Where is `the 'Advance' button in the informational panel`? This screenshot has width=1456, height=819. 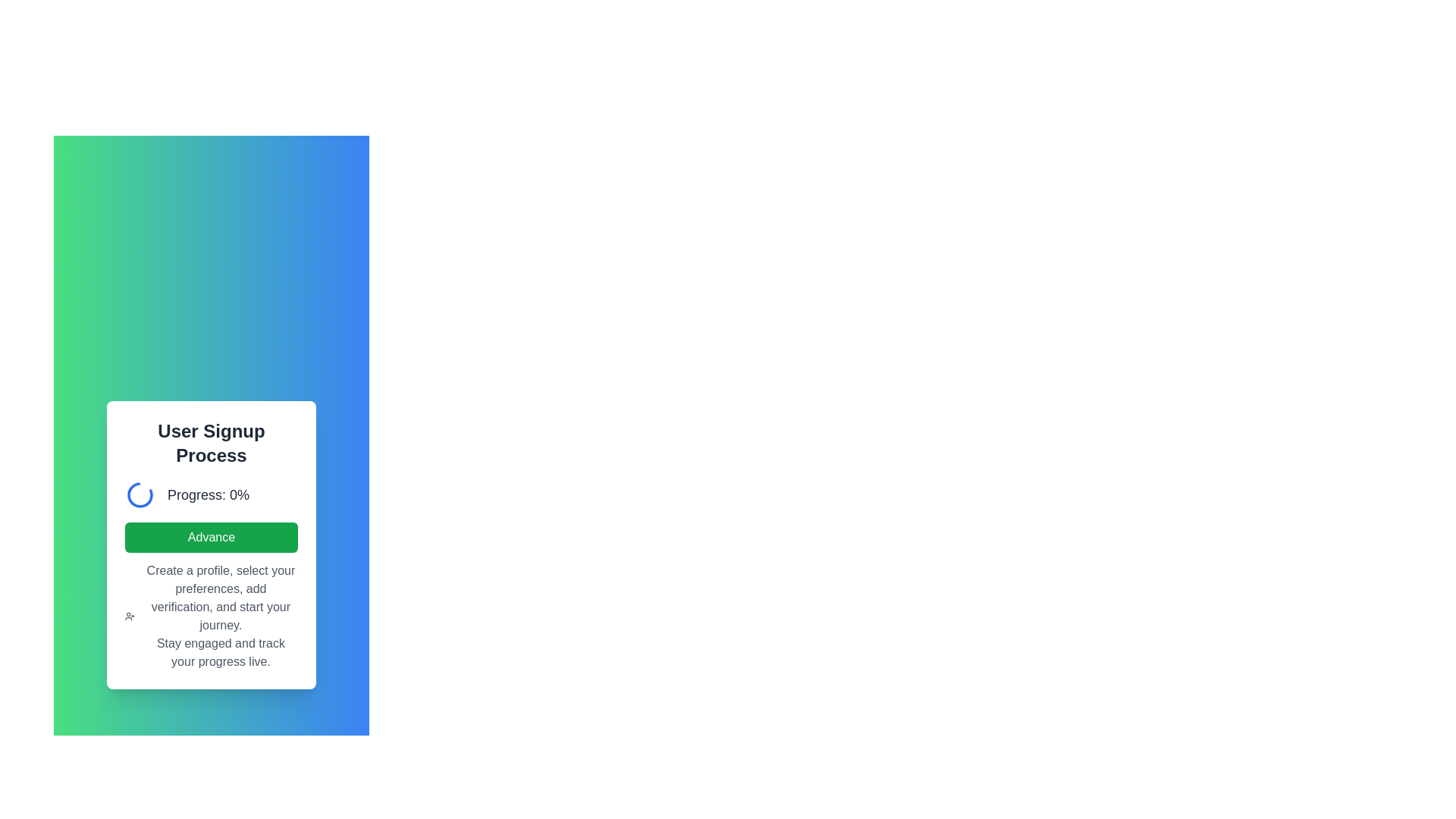
the 'Advance' button in the informational panel is located at coordinates (210, 544).